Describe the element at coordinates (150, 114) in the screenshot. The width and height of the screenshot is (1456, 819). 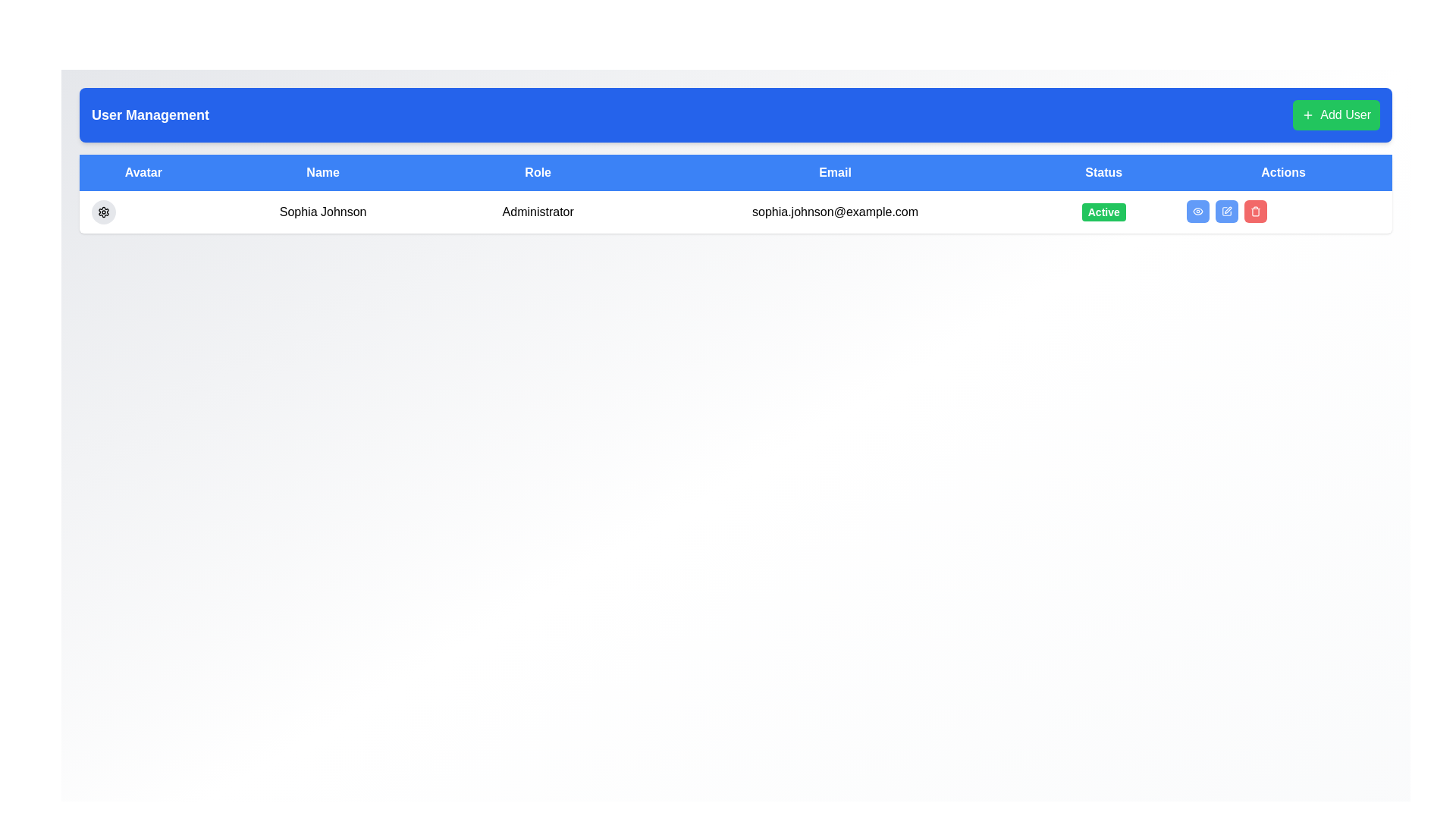
I see `the 'User Management' text label located on the left-hand side of the blue header bar, which indicates the purpose of the dashboard` at that location.